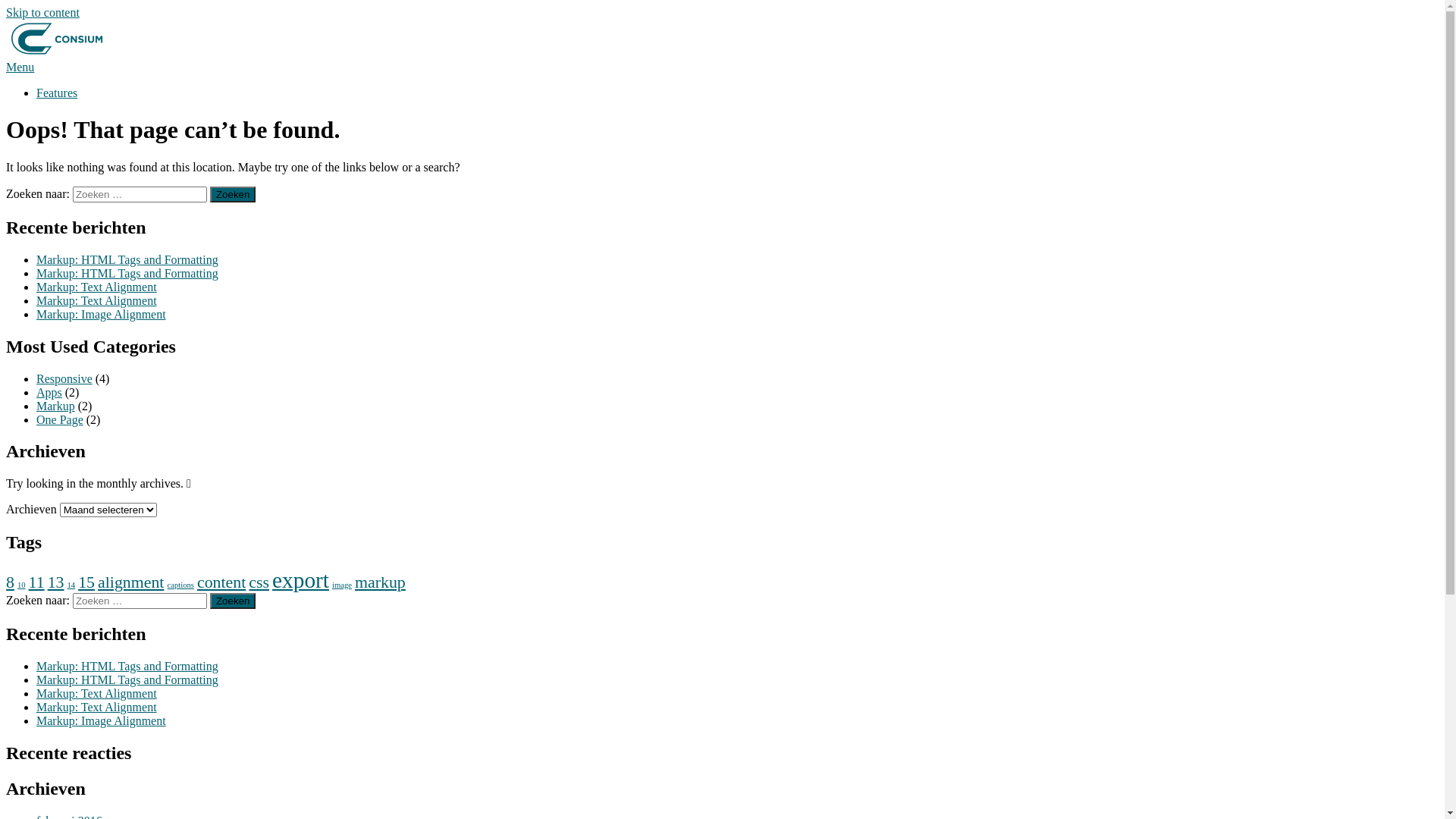 This screenshot has width=1456, height=819. Describe the element at coordinates (10, 581) in the screenshot. I see `'8'` at that location.